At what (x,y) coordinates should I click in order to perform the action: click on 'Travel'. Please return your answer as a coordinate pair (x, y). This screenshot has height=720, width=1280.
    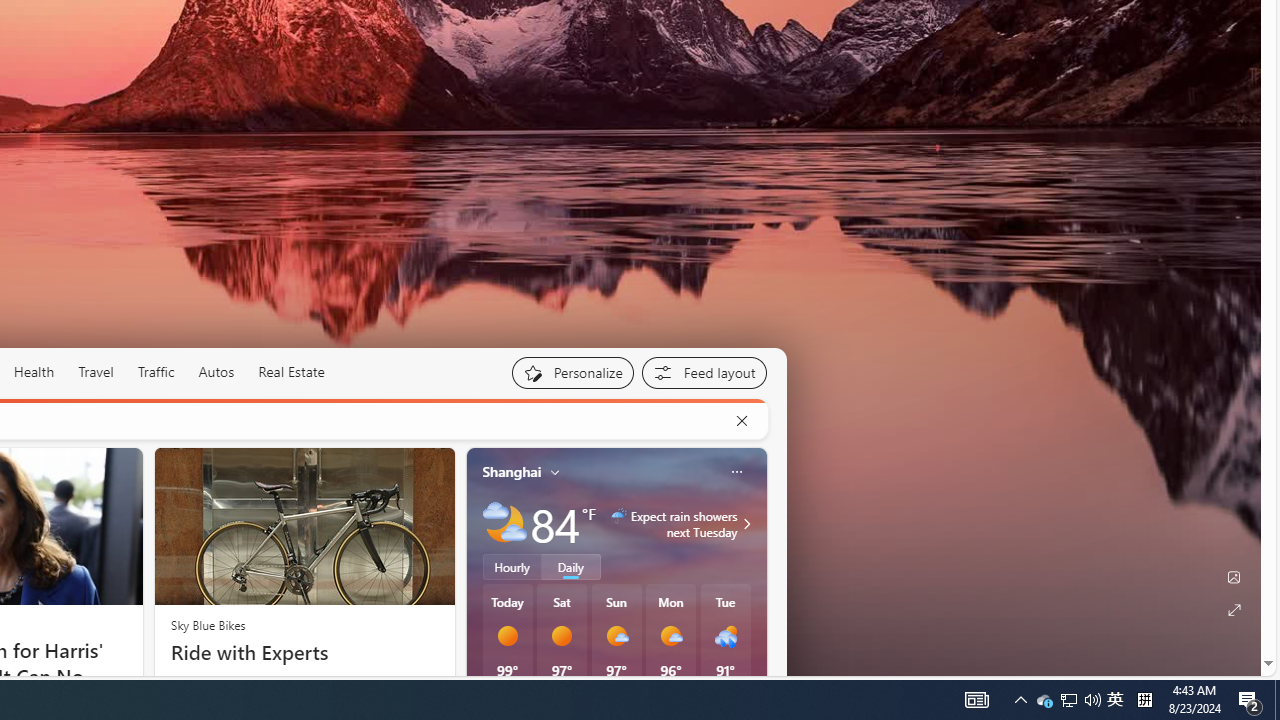
    Looking at the image, I should click on (95, 371).